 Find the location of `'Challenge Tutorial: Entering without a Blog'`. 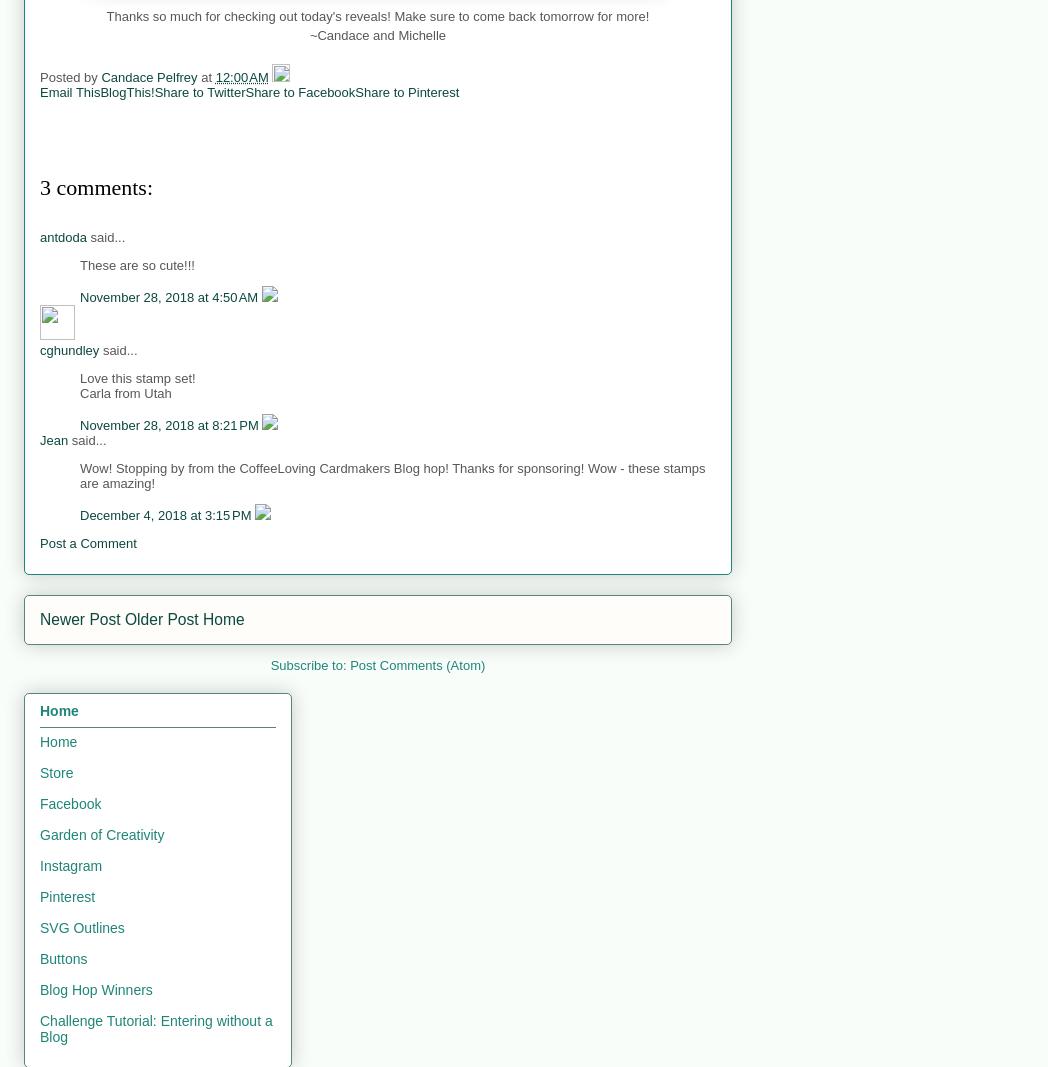

'Challenge Tutorial: Entering without a Blog' is located at coordinates (156, 1027).